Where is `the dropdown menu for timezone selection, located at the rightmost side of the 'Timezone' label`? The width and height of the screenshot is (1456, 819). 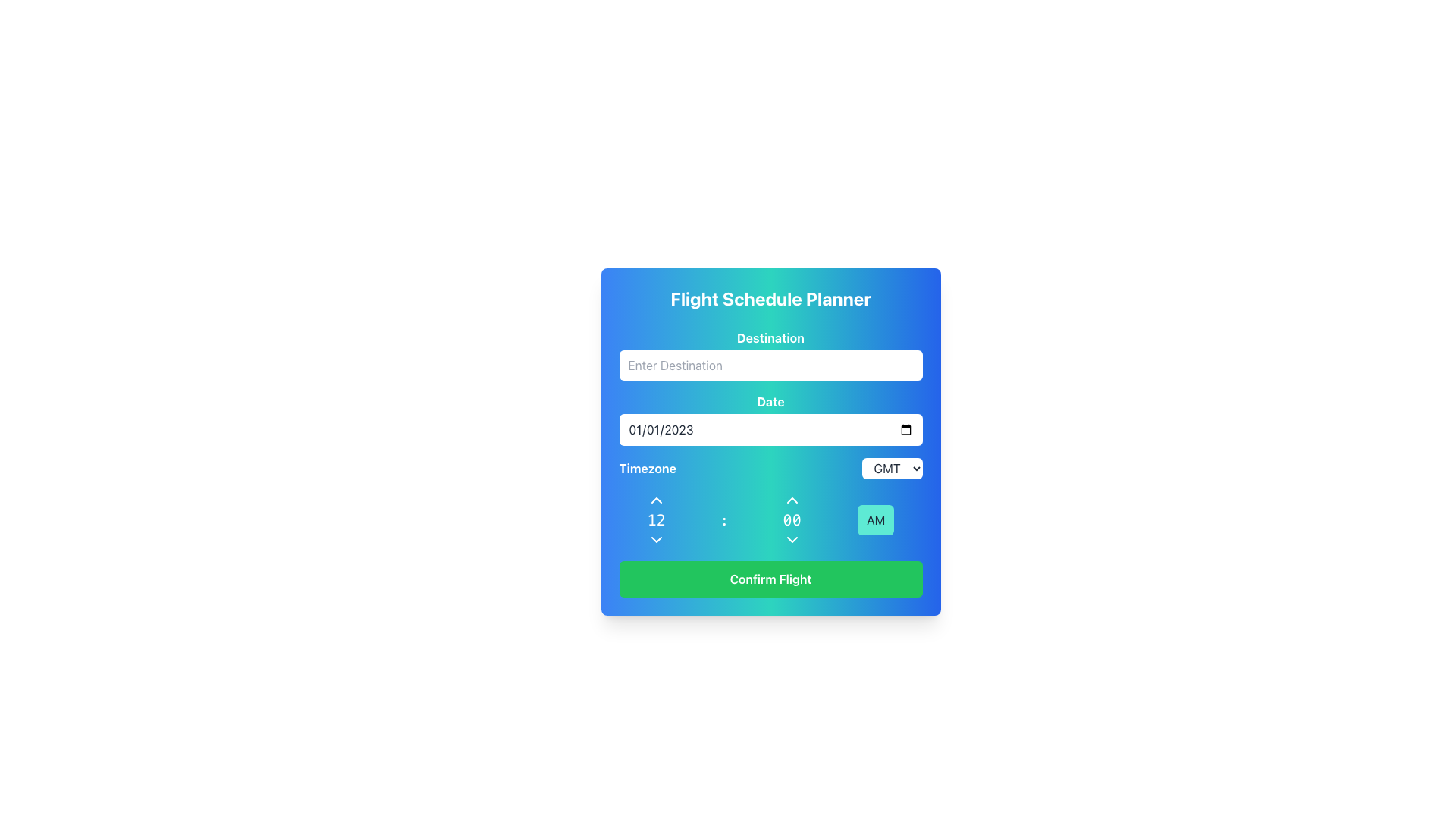 the dropdown menu for timezone selection, located at the rightmost side of the 'Timezone' label is located at coordinates (892, 467).